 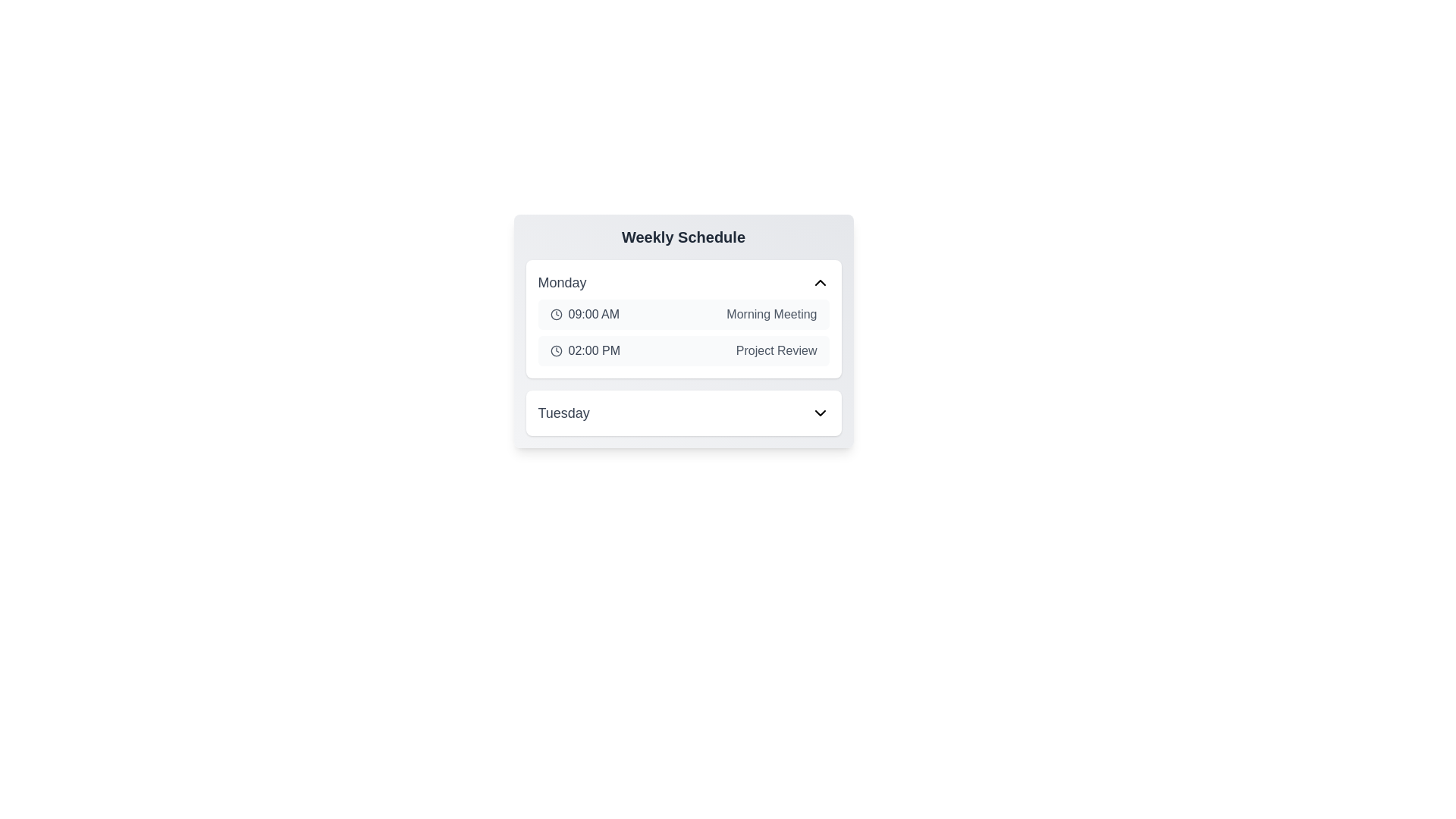 I want to click on the schedule entry for 'Project Review' at '02:00 PM' located in the second row under 'Monday.', so click(x=682, y=350).